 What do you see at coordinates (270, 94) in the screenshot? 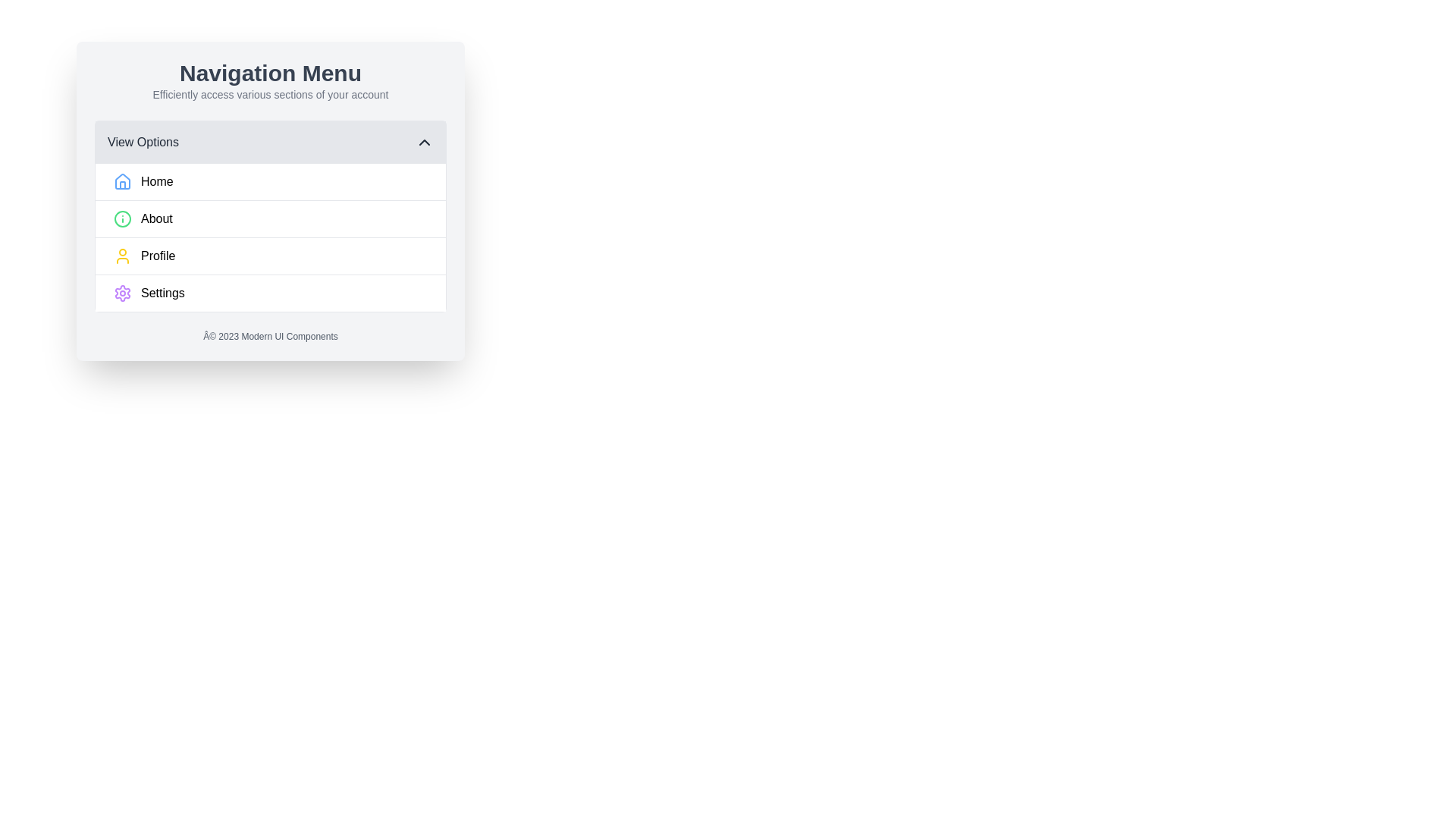
I see `the static text label that reads 'Efficiently access various sections of your account', which is styled in gray and positioned below the 'Navigation Menu' title` at bounding box center [270, 94].